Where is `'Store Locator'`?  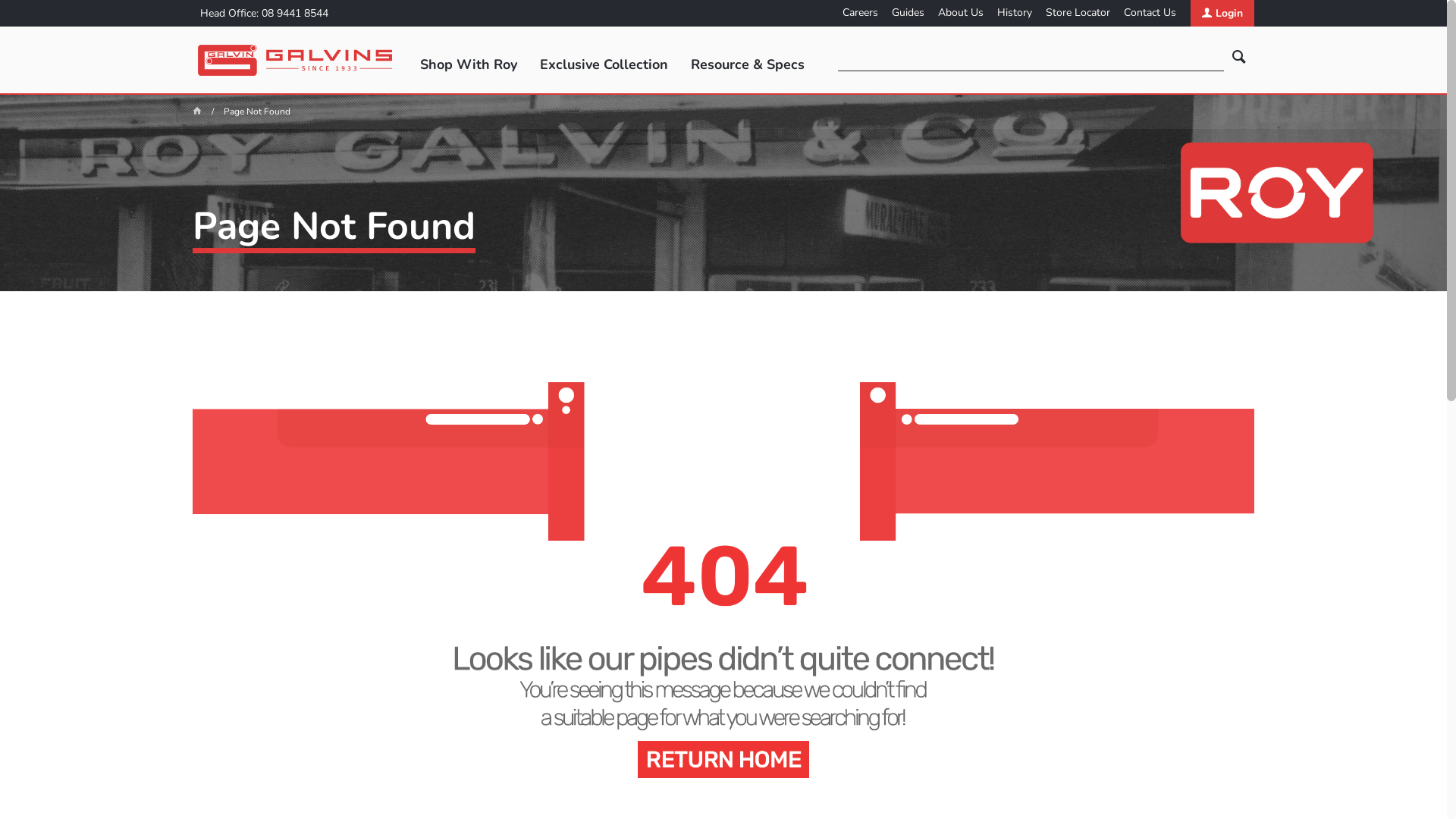
'Store Locator' is located at coordinates (1077, 13).